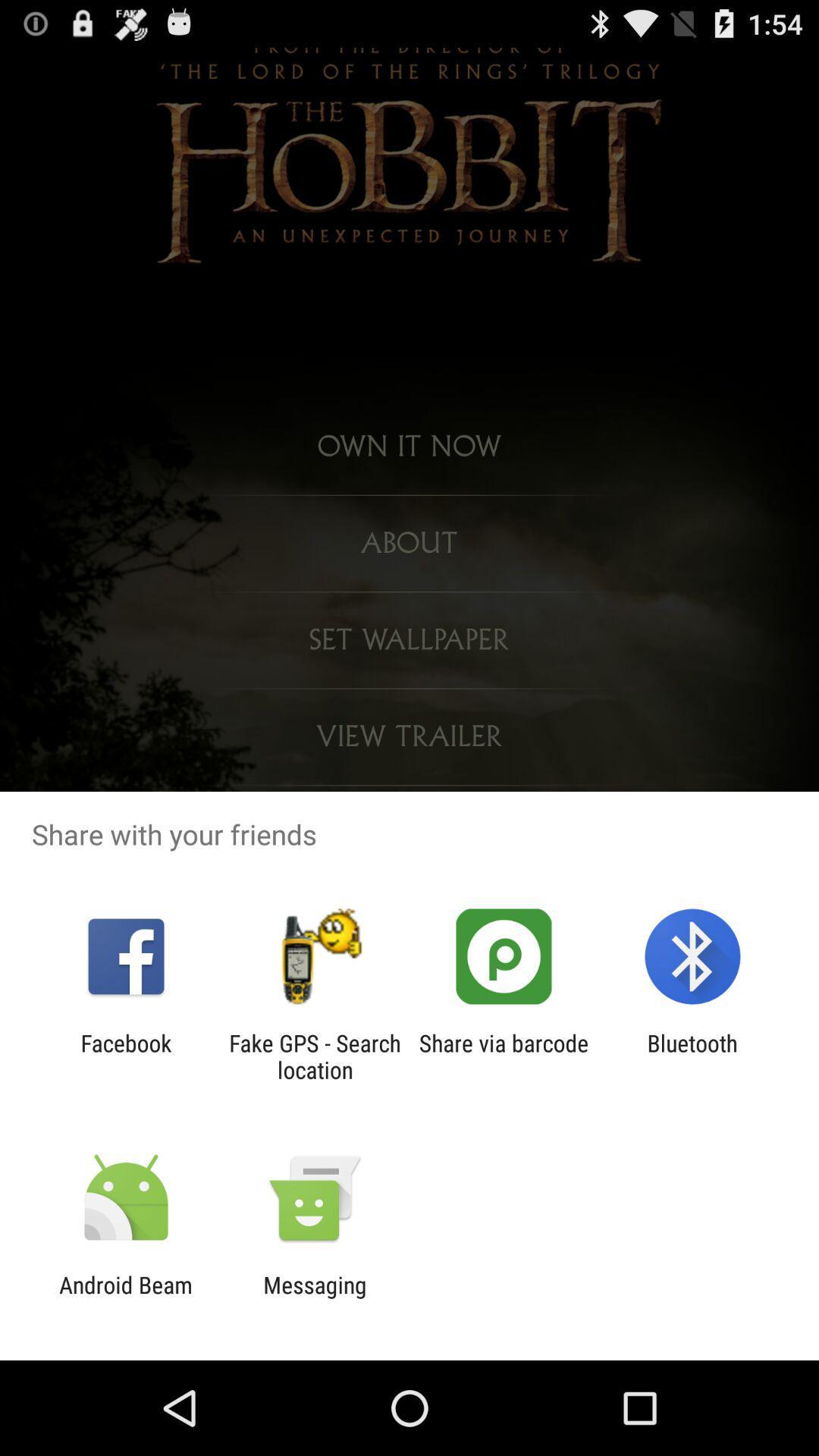  What do you see at coordinates (125, 1056) in the screenshot?
I see `the icon to the left of fake gps search icon` at bounding box center [125, 1056].